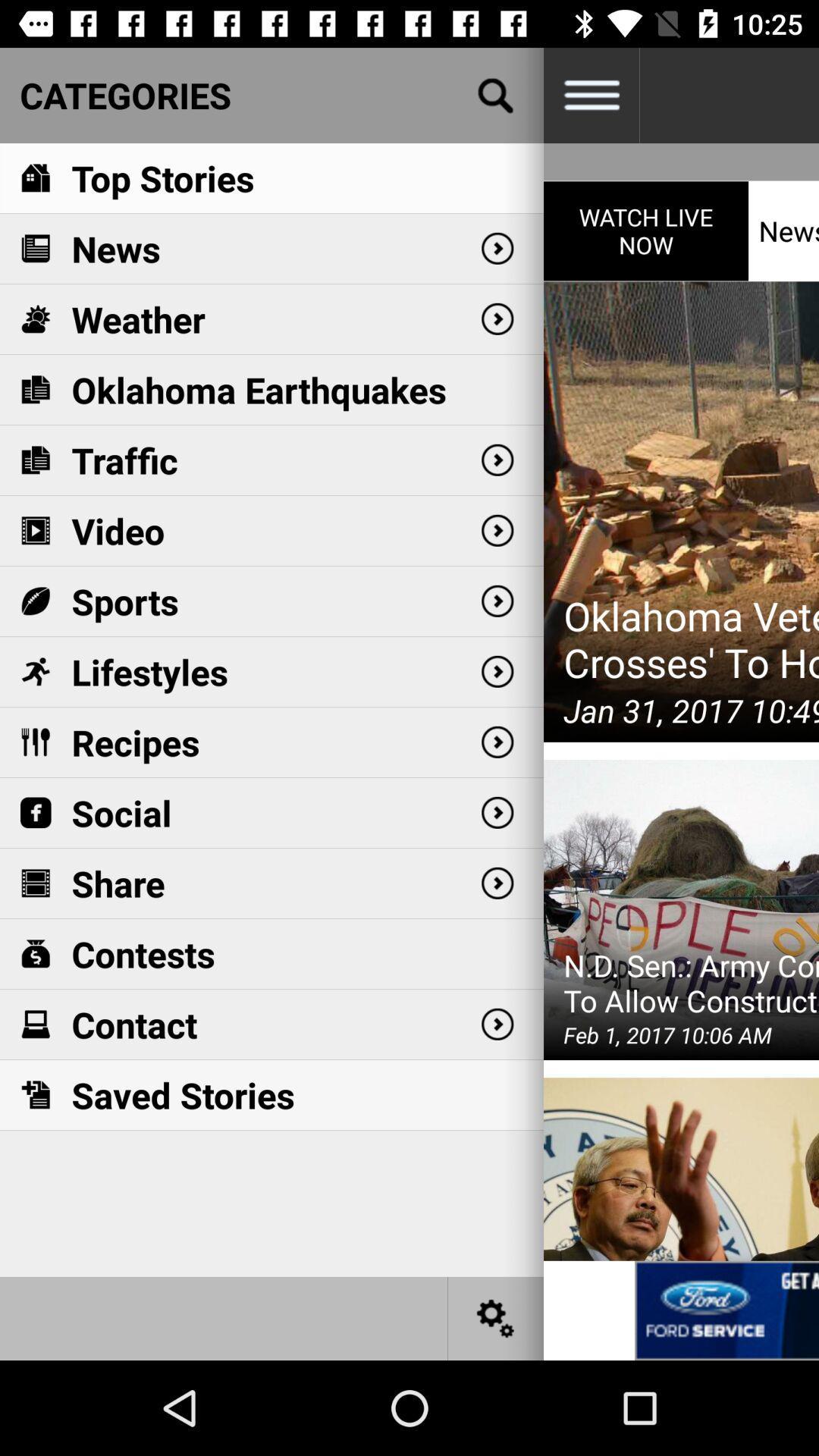  I want to click on advertisement, so click(726, 1310).